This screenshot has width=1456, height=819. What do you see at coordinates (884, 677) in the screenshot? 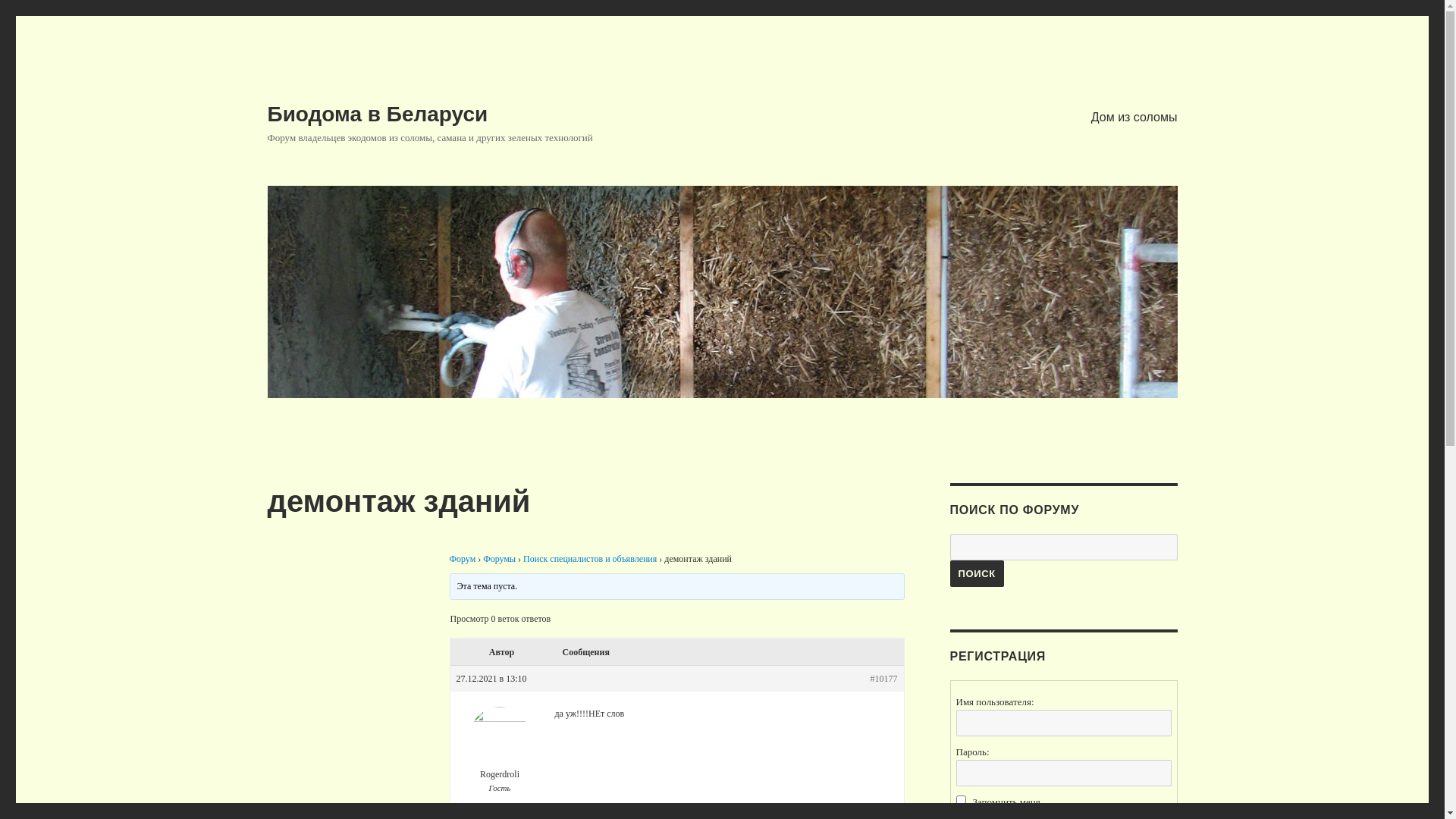
I see `'#10177'` at bounding box center [884, 677].